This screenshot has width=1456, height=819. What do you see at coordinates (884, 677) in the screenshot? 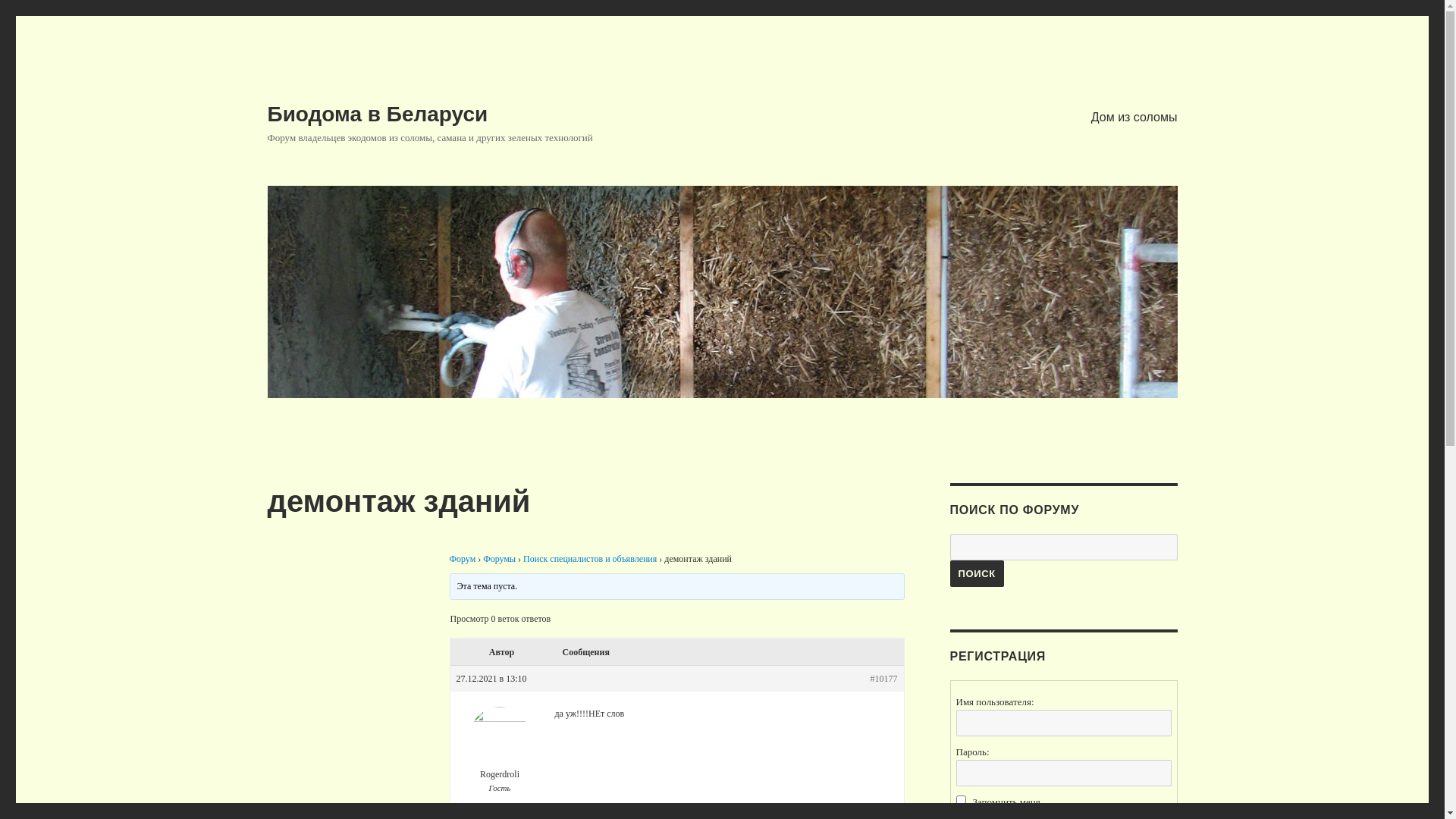
I see `'#10177'` at bounding box center [884, 677].